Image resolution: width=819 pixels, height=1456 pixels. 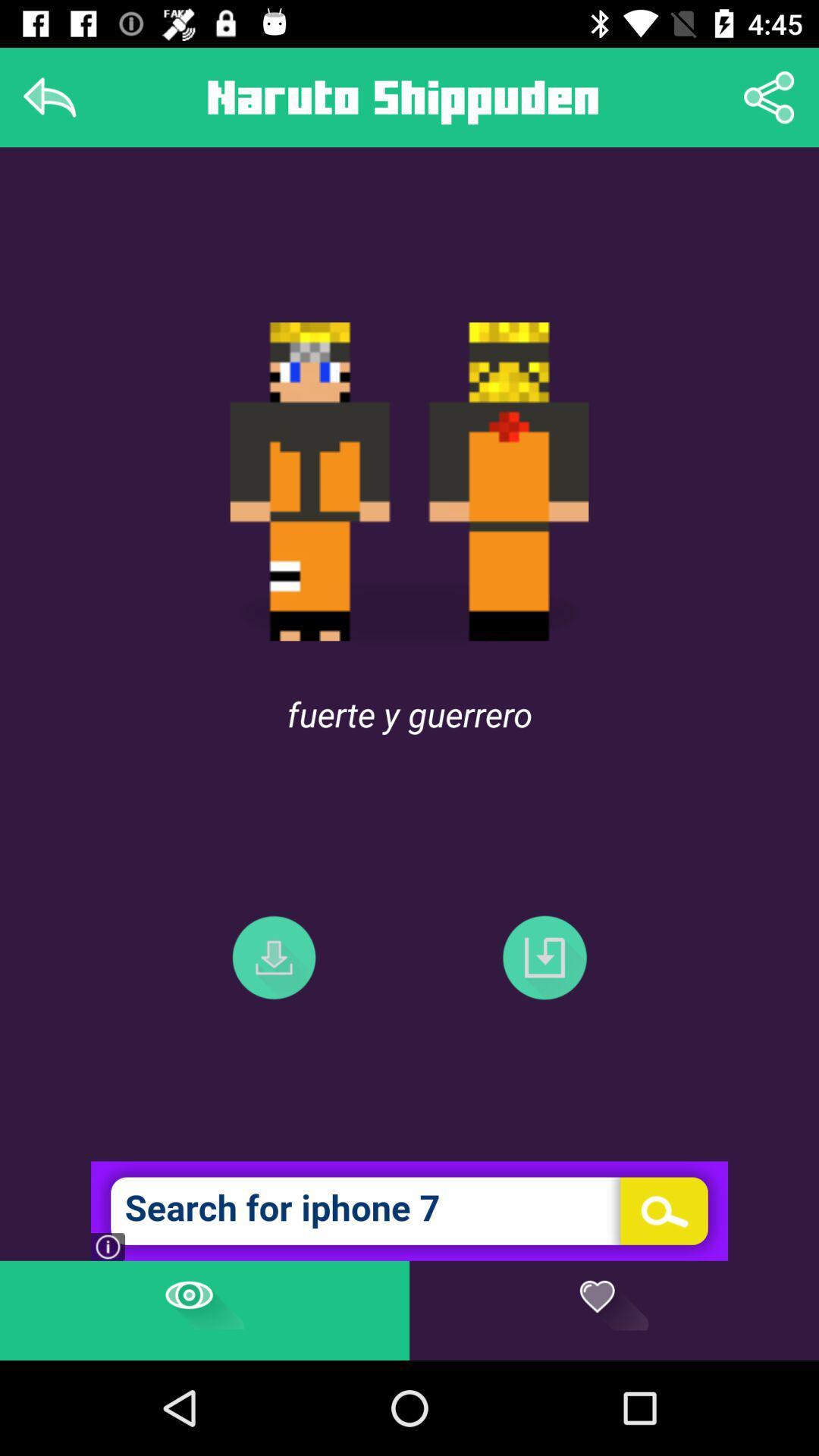 What do you see at coordinates (49, 96) in the screenshot?
I see `the reply icon` at bounding box center [49, 96].